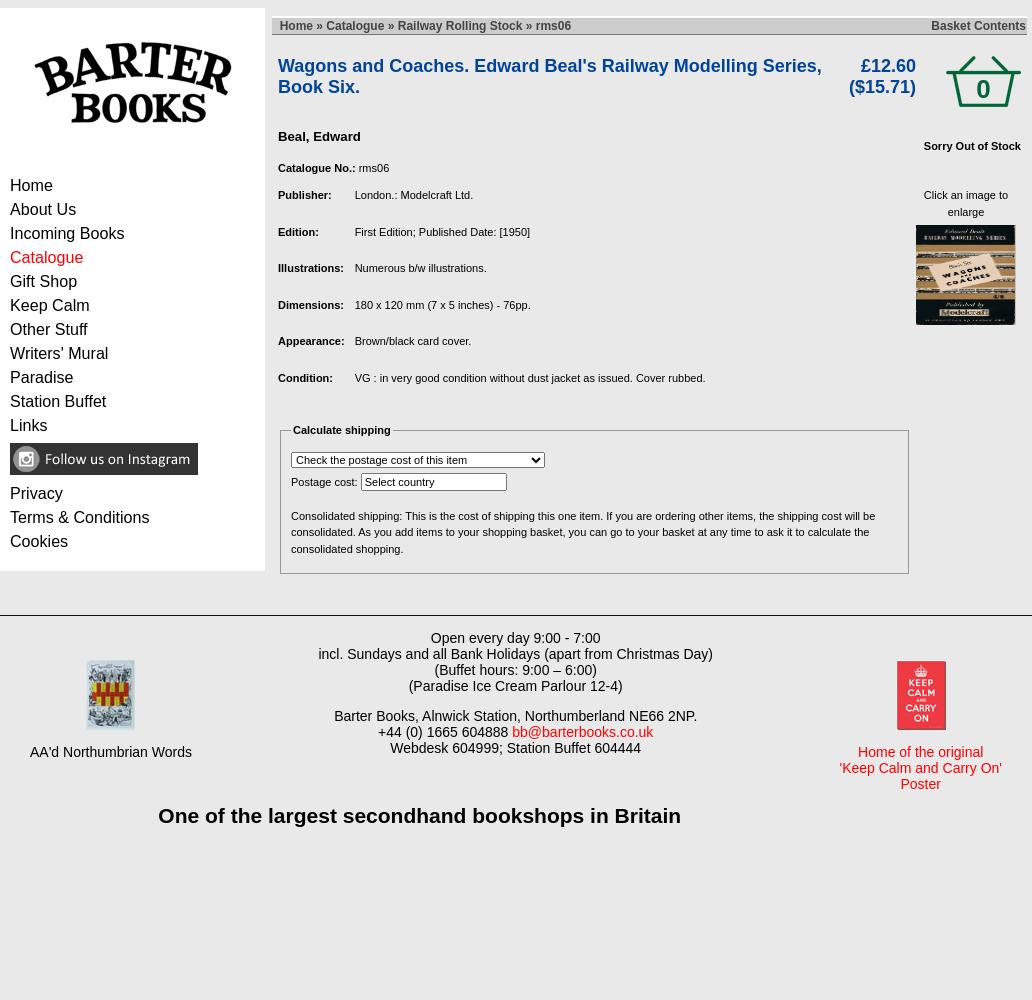  I want to click on 'incl. Sundays and all Bank Holidays (apart from Christmas Day)', so click(513, 654).